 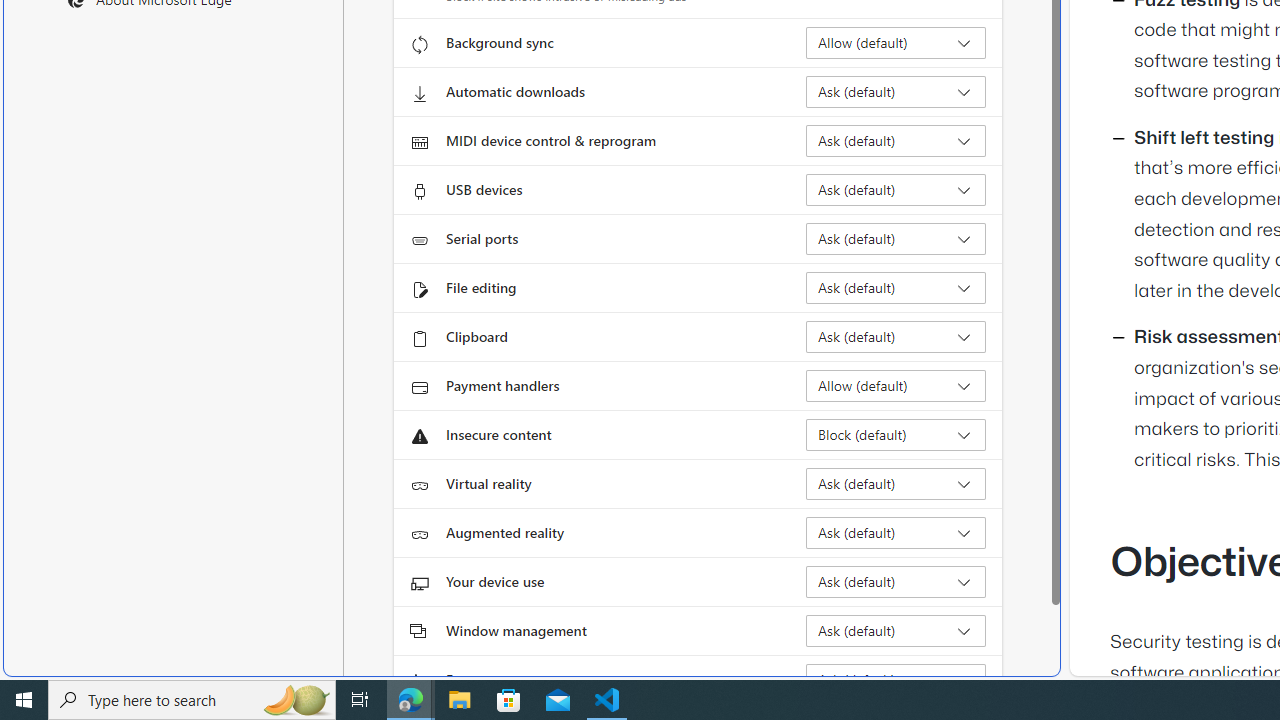 I want to click on 'Serial ports Ask (default)', so click(x=895, y=238).